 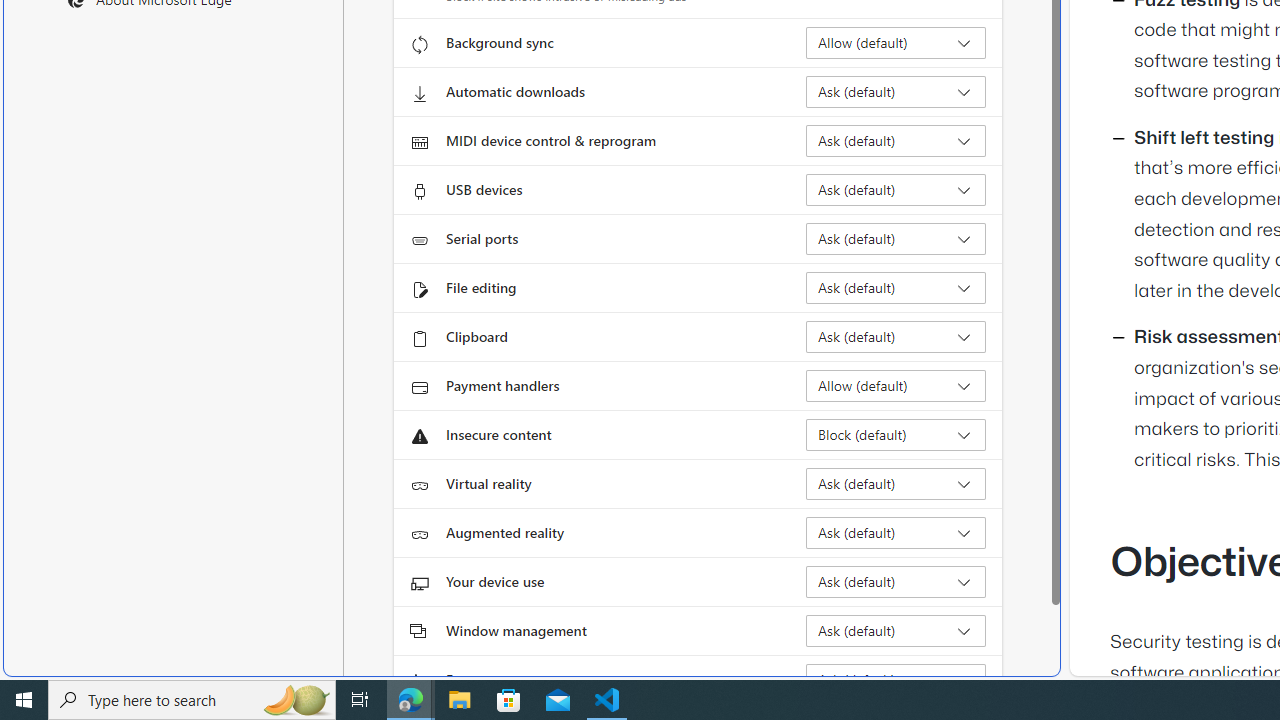 I want to click on 'Serial ports Ask (default)', so click(x=895, y=238).